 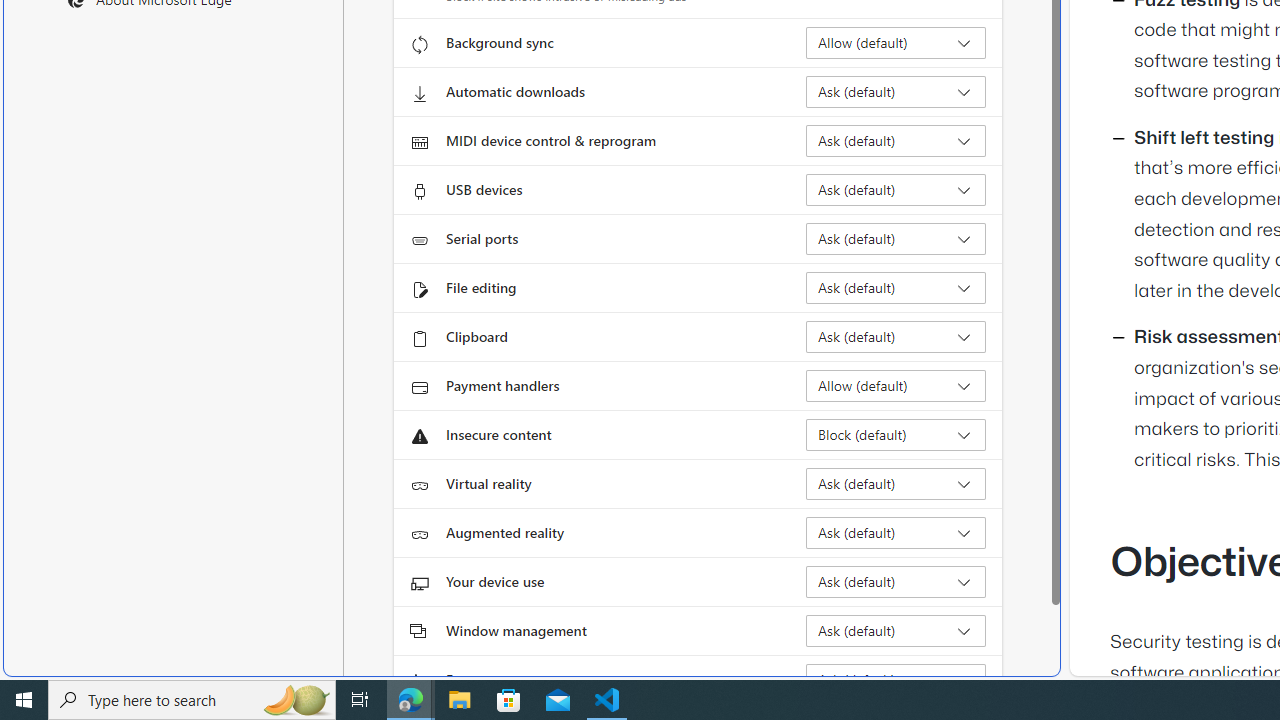 I want to click on 'Serial ports Ask (default)', so click(x=895, y=238).